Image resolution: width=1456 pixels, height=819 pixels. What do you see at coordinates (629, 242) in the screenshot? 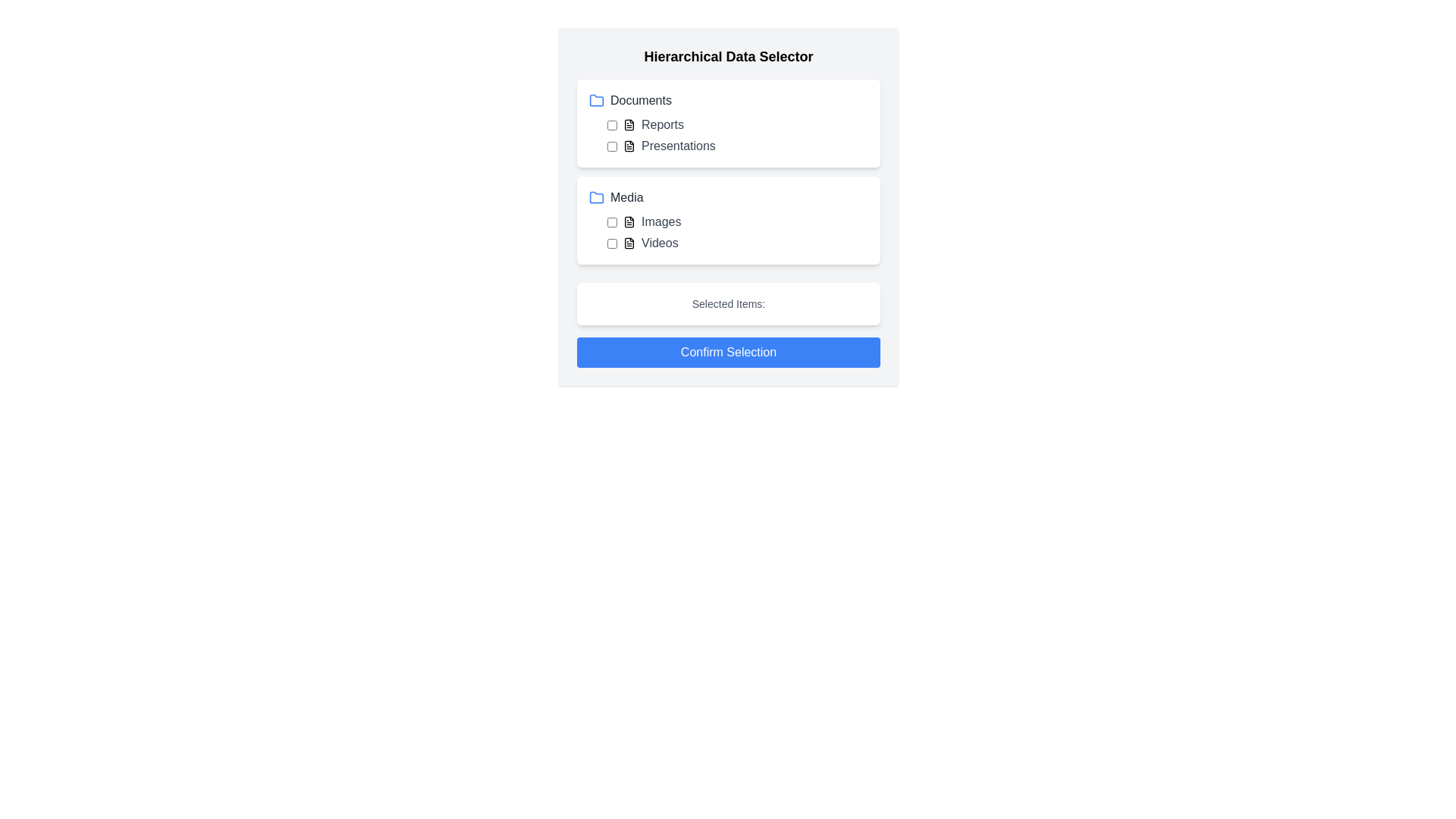
I see `the icon representing the 'Videos' content type, located between the checkbox and the 'Videos' label under the 'Media' folder` at bounding box center [629, 242].